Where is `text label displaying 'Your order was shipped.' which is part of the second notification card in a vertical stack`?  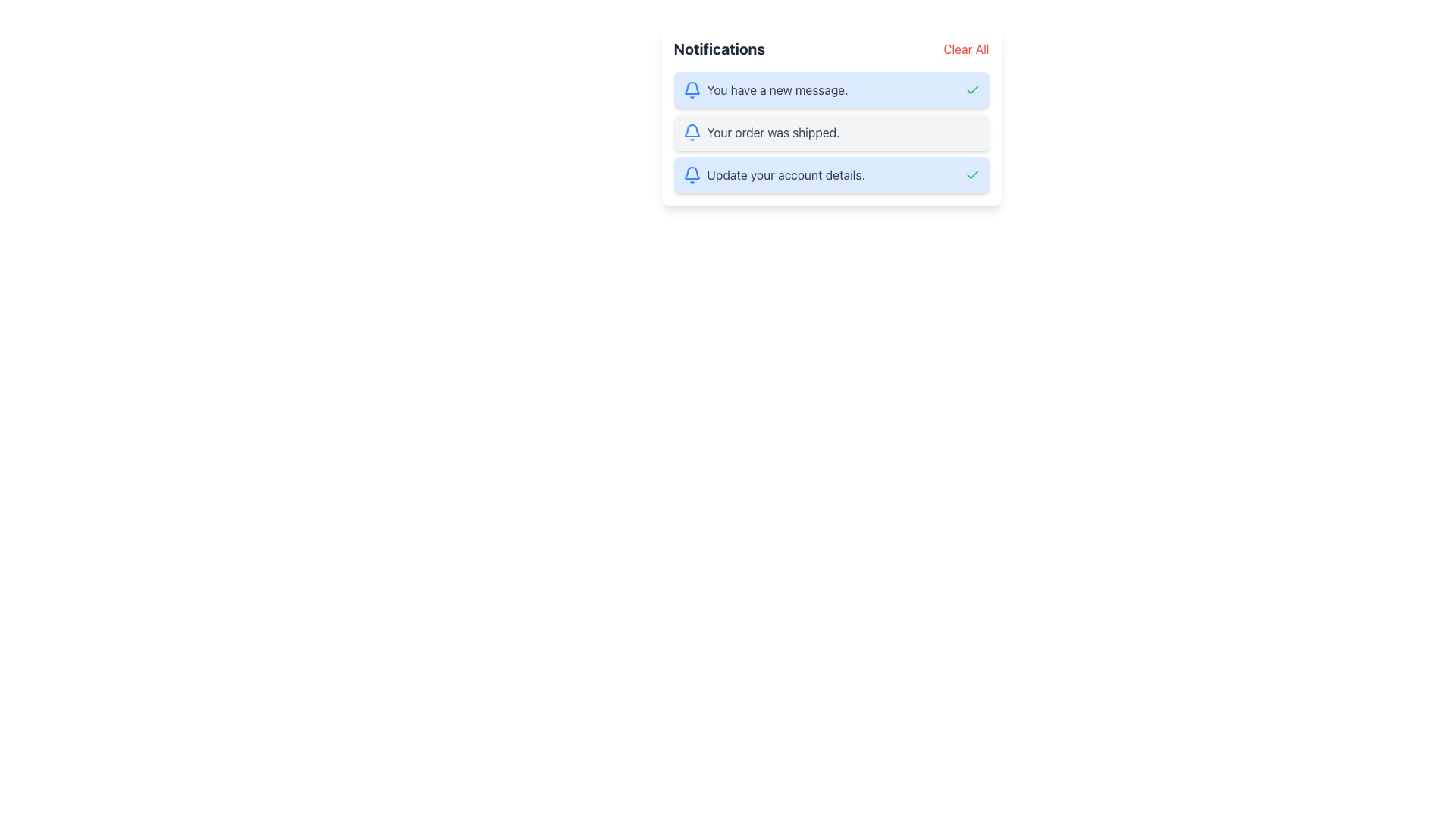 text label displaying 'Your order was shipped.' which is part of the second notification card in a vertical stack is located at coordinates (773, 131).